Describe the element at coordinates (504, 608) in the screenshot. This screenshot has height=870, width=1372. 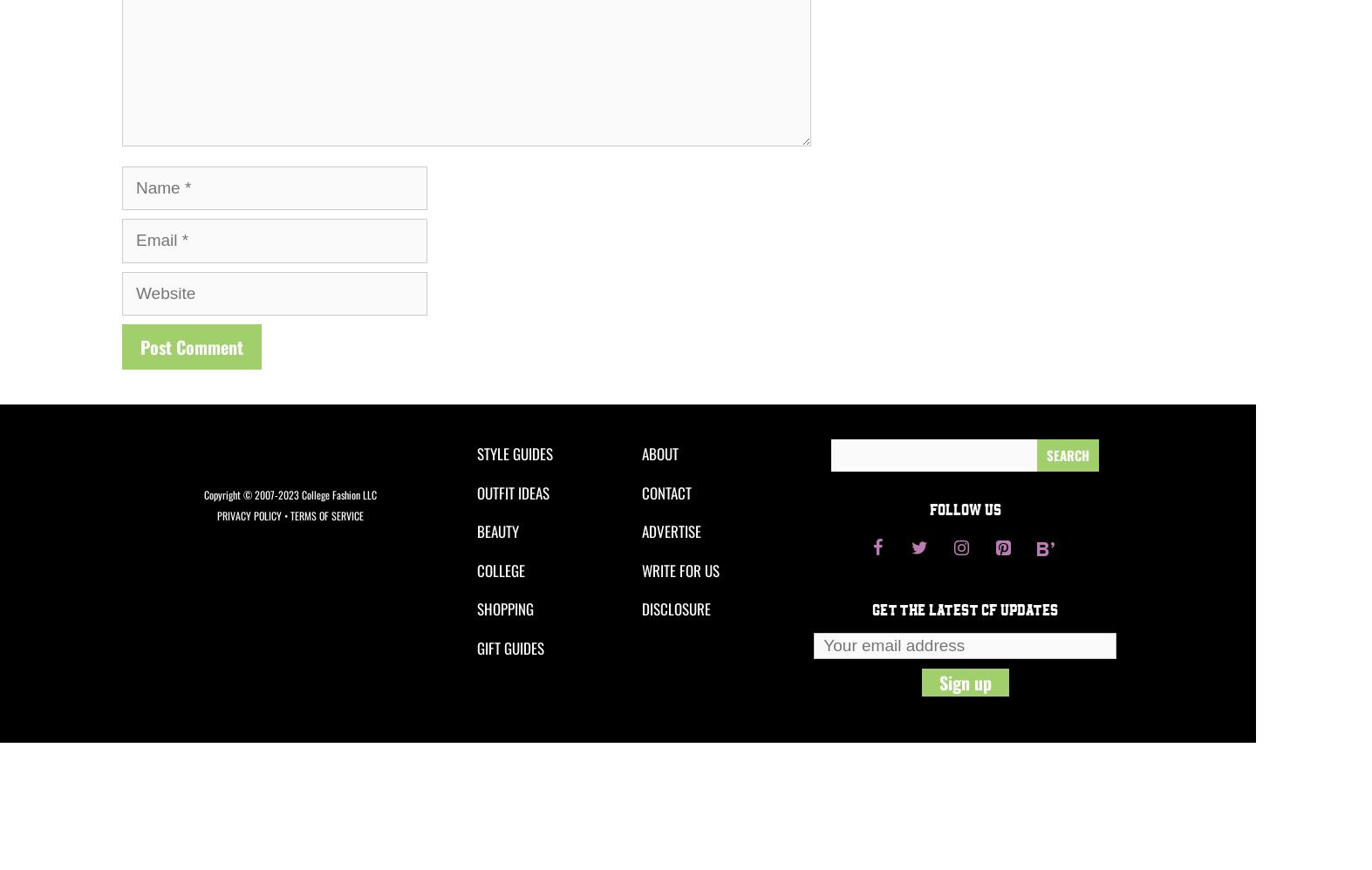
I see `'SHOPPING'` at that location.